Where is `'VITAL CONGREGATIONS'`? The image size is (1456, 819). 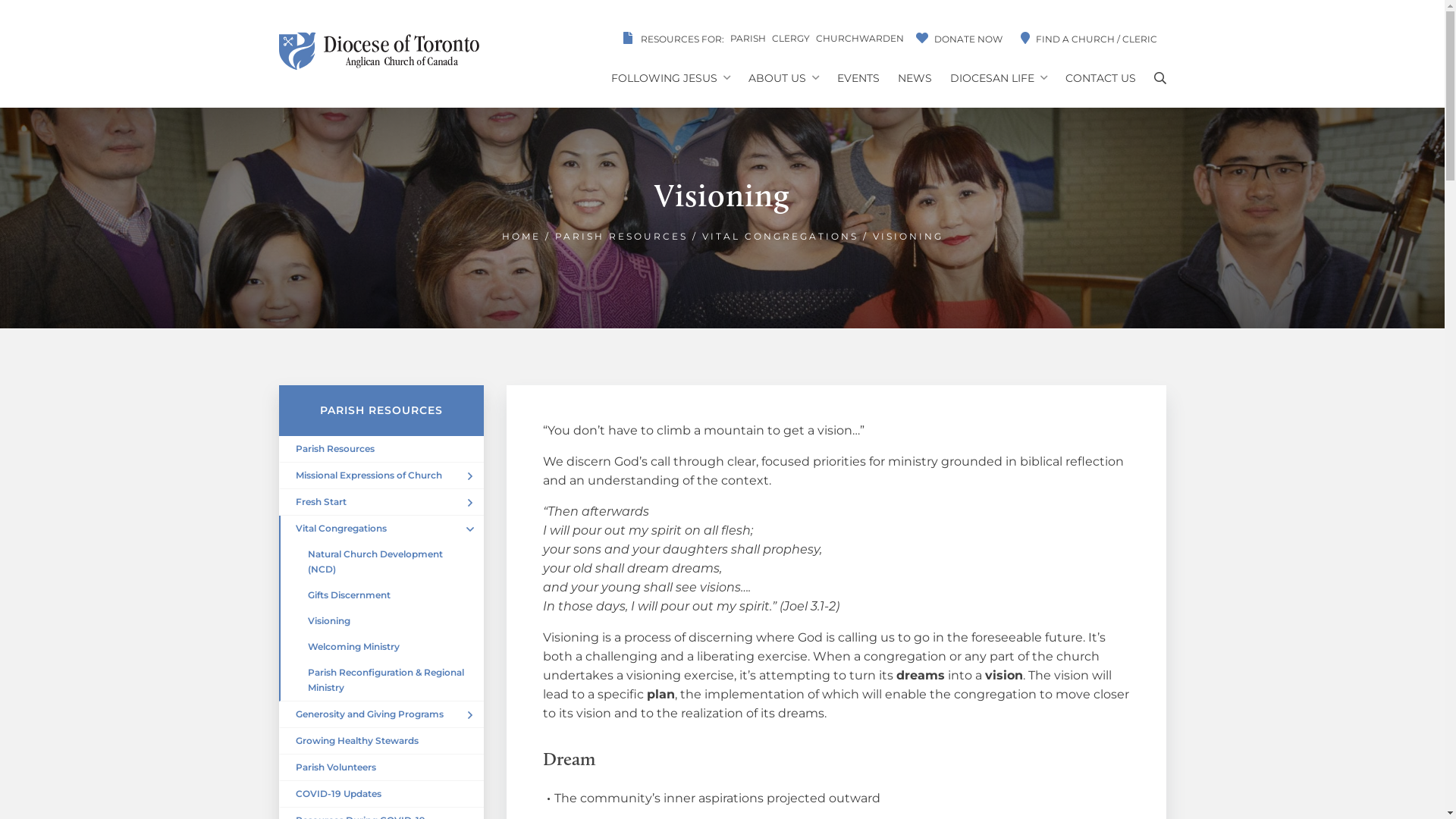 'VITAL CONGREGATIONS' is located at coordinates (780, 236).